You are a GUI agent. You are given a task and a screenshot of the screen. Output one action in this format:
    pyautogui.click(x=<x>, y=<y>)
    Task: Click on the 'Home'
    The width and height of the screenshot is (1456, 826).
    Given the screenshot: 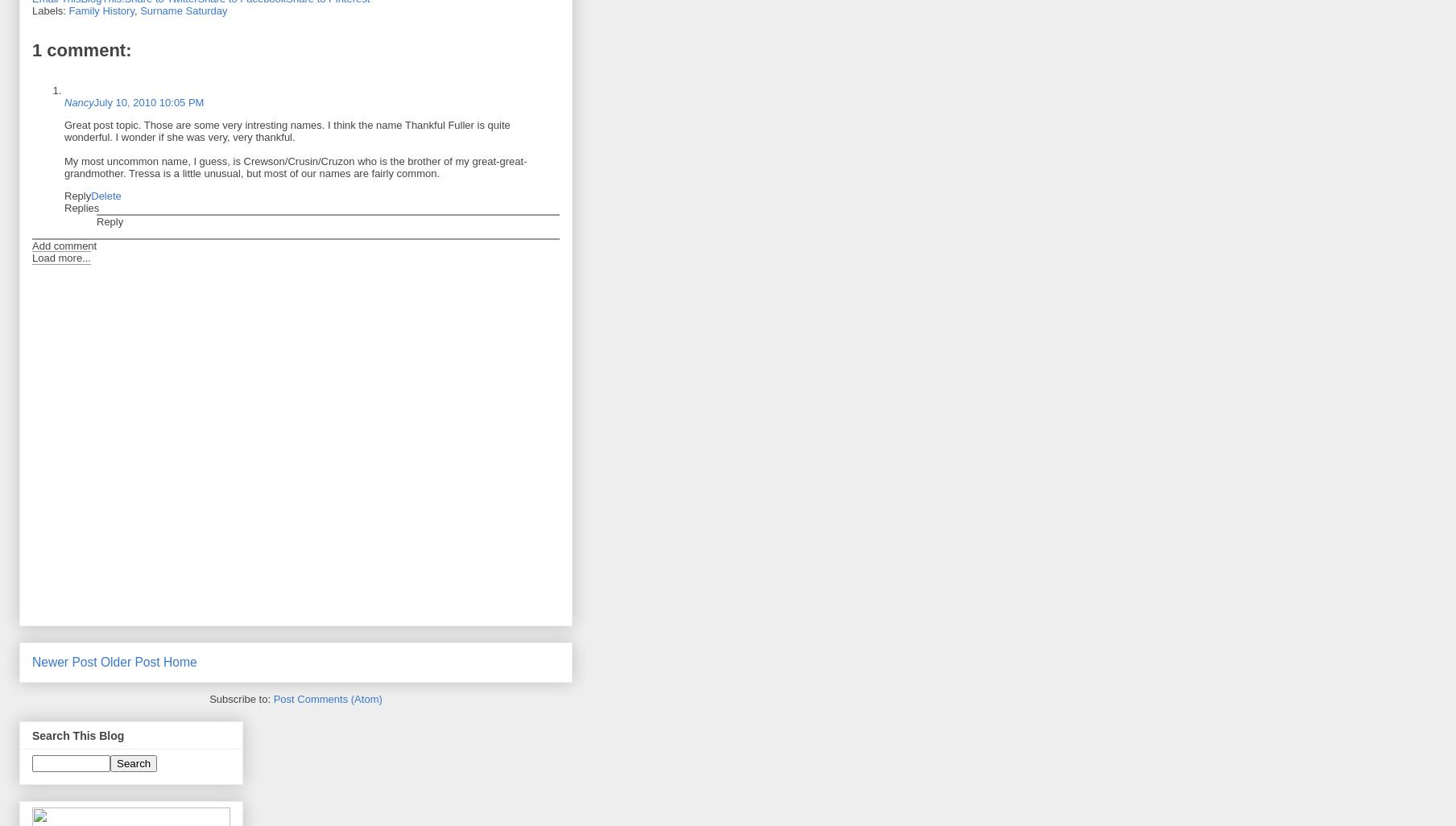 What is the action you would take?
    pyautogui.click(x=179, y=662)
    